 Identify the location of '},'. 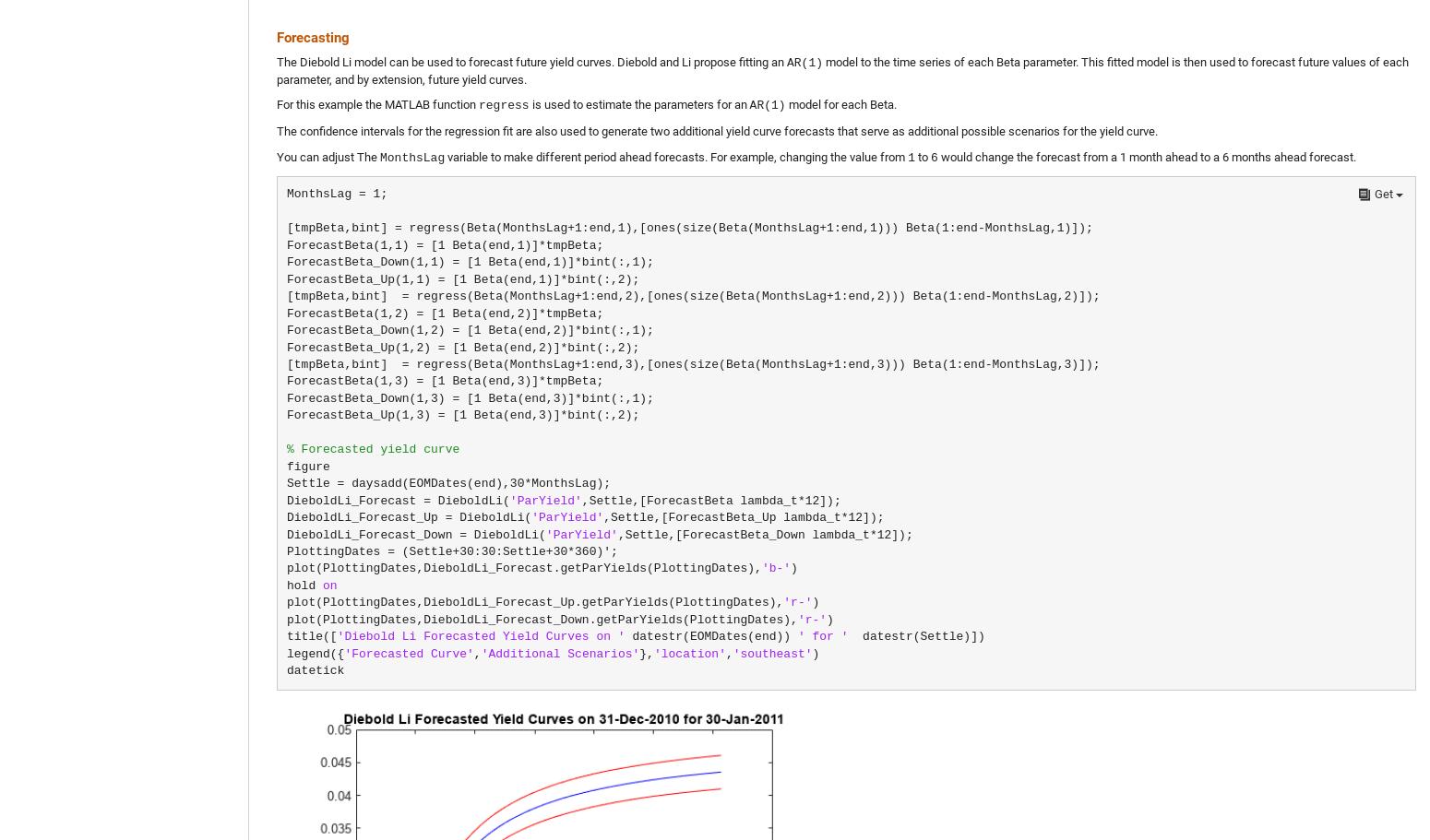
(646, 653).